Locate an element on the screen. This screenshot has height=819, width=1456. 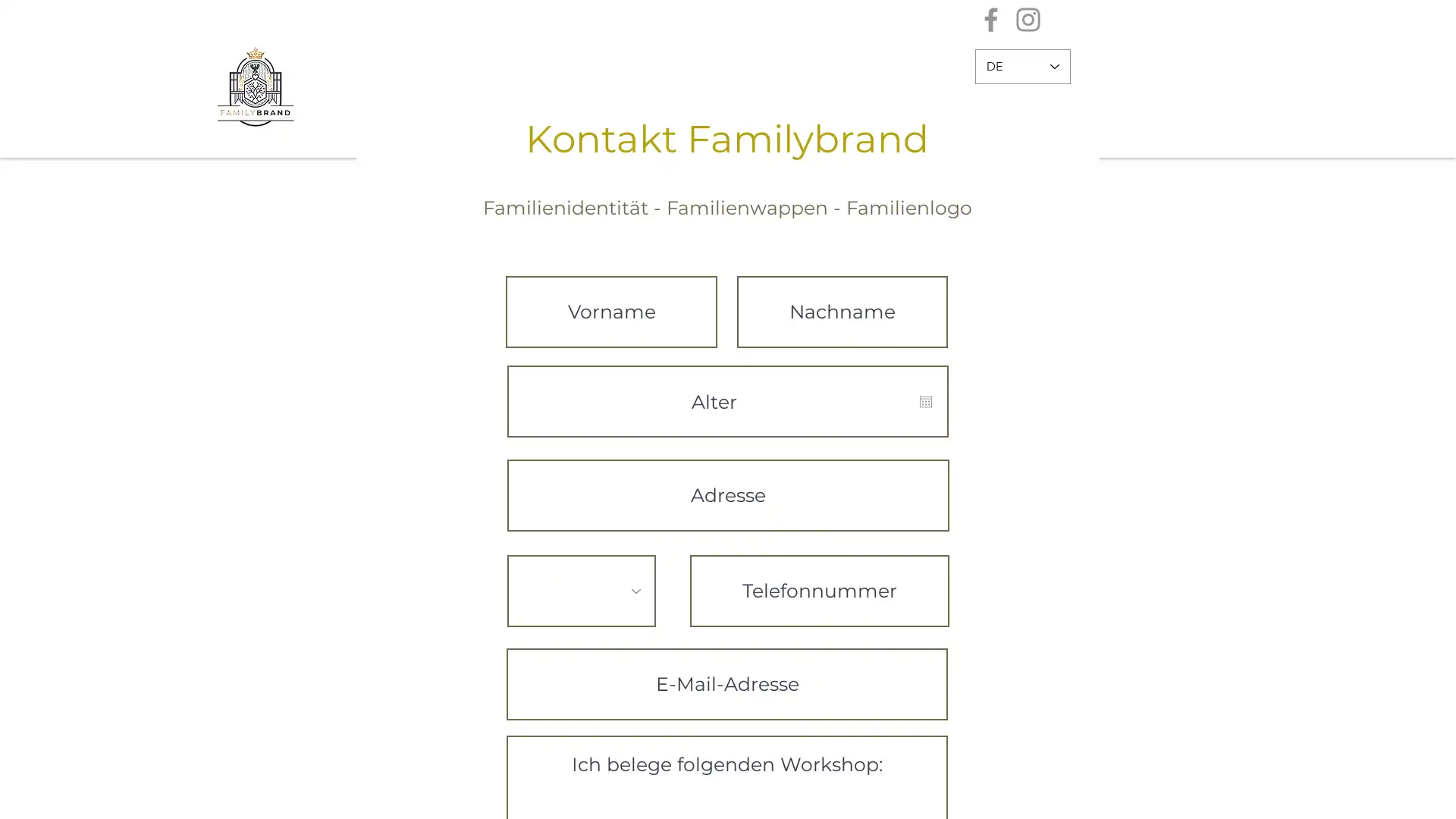
Alle ablehnen is located at coordinates (1273, 794).